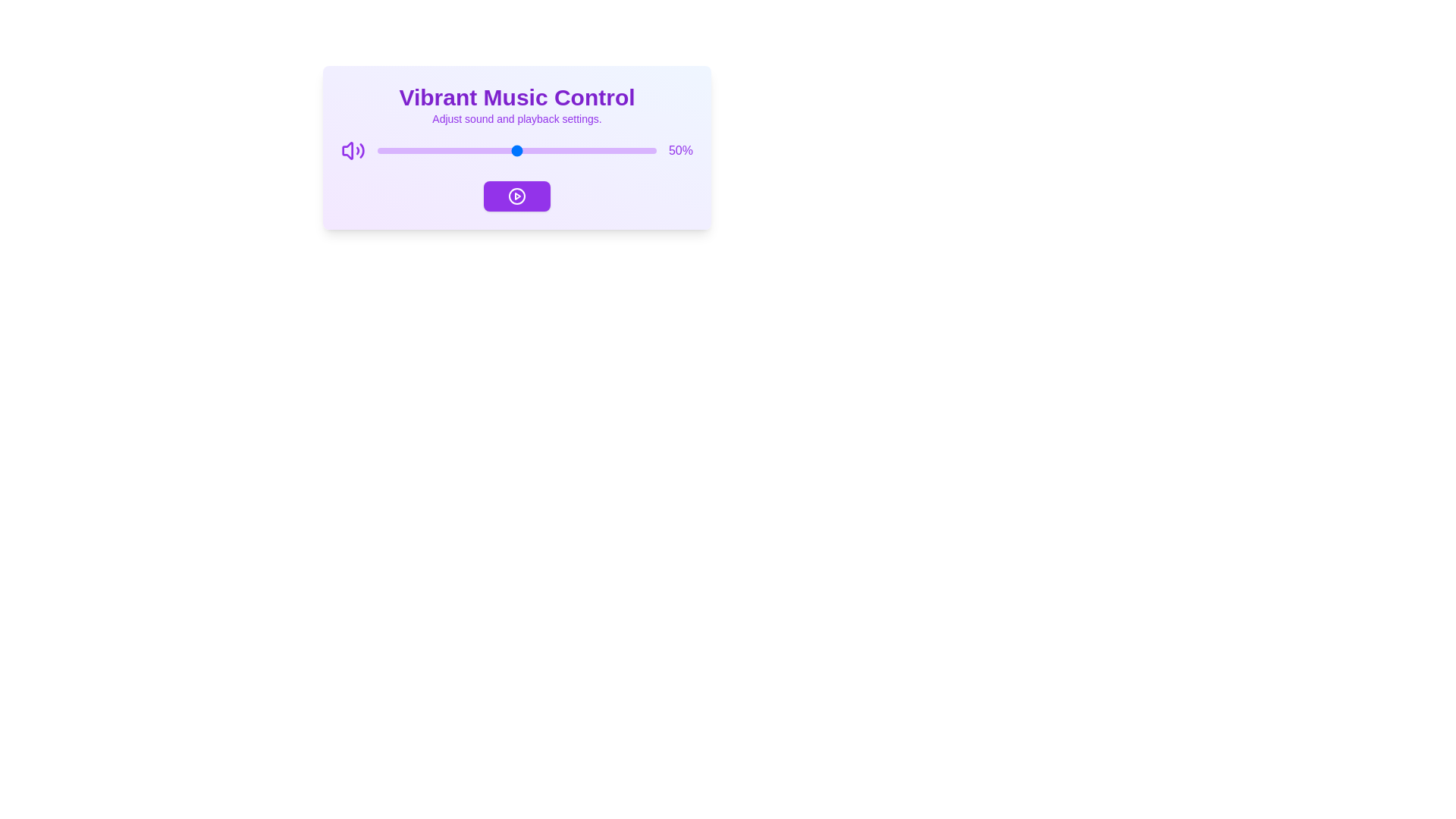 The width and height of the screenshot is (1456, 819). I want to click on the volume slider to 11%, so click(408, 151).